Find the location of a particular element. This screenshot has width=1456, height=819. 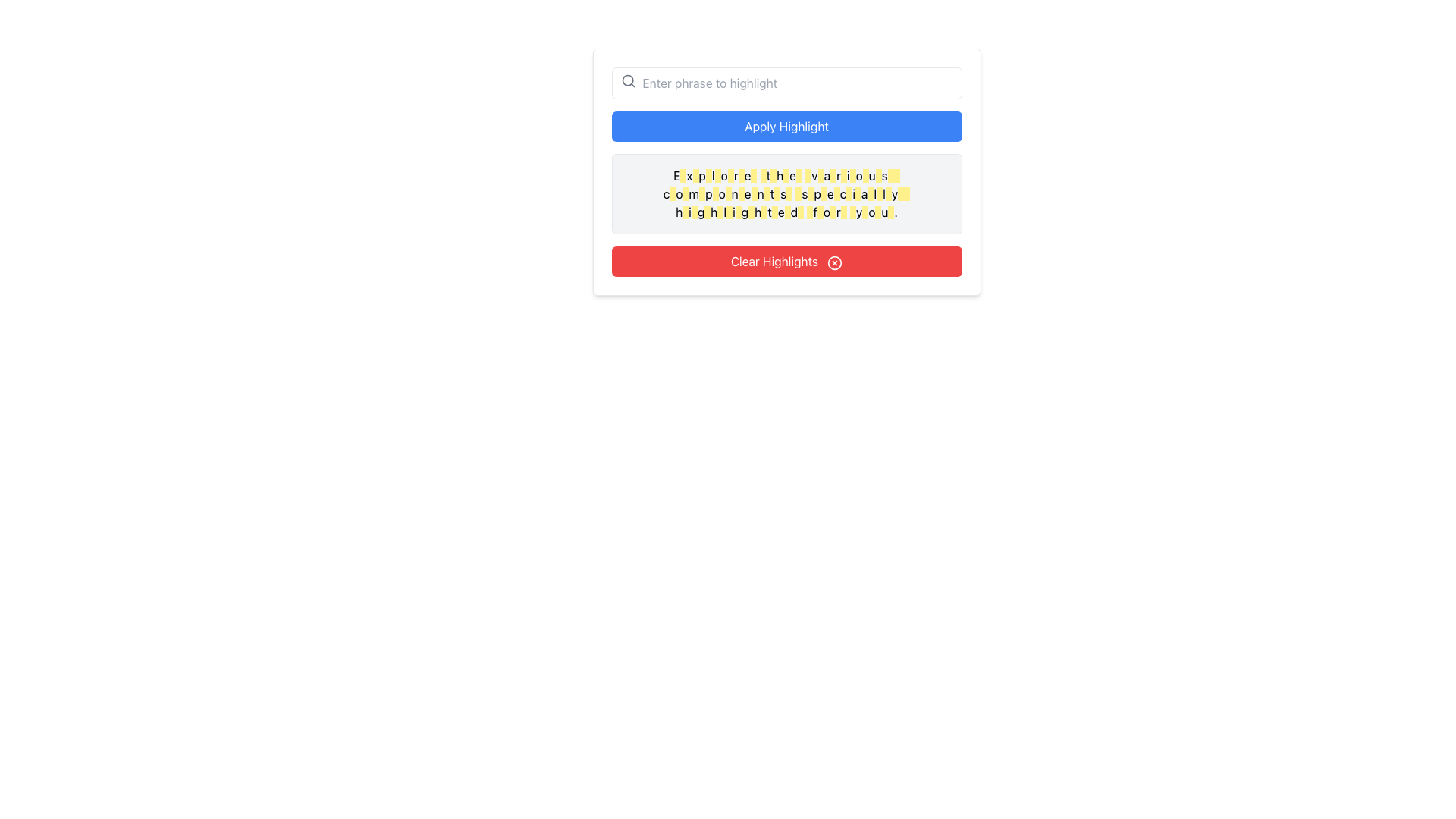

the Informational text block that has a gray border and rounded corners, containing the text 'Explore the various components specially highlighted for you.' is located at coordinates (786, 171).